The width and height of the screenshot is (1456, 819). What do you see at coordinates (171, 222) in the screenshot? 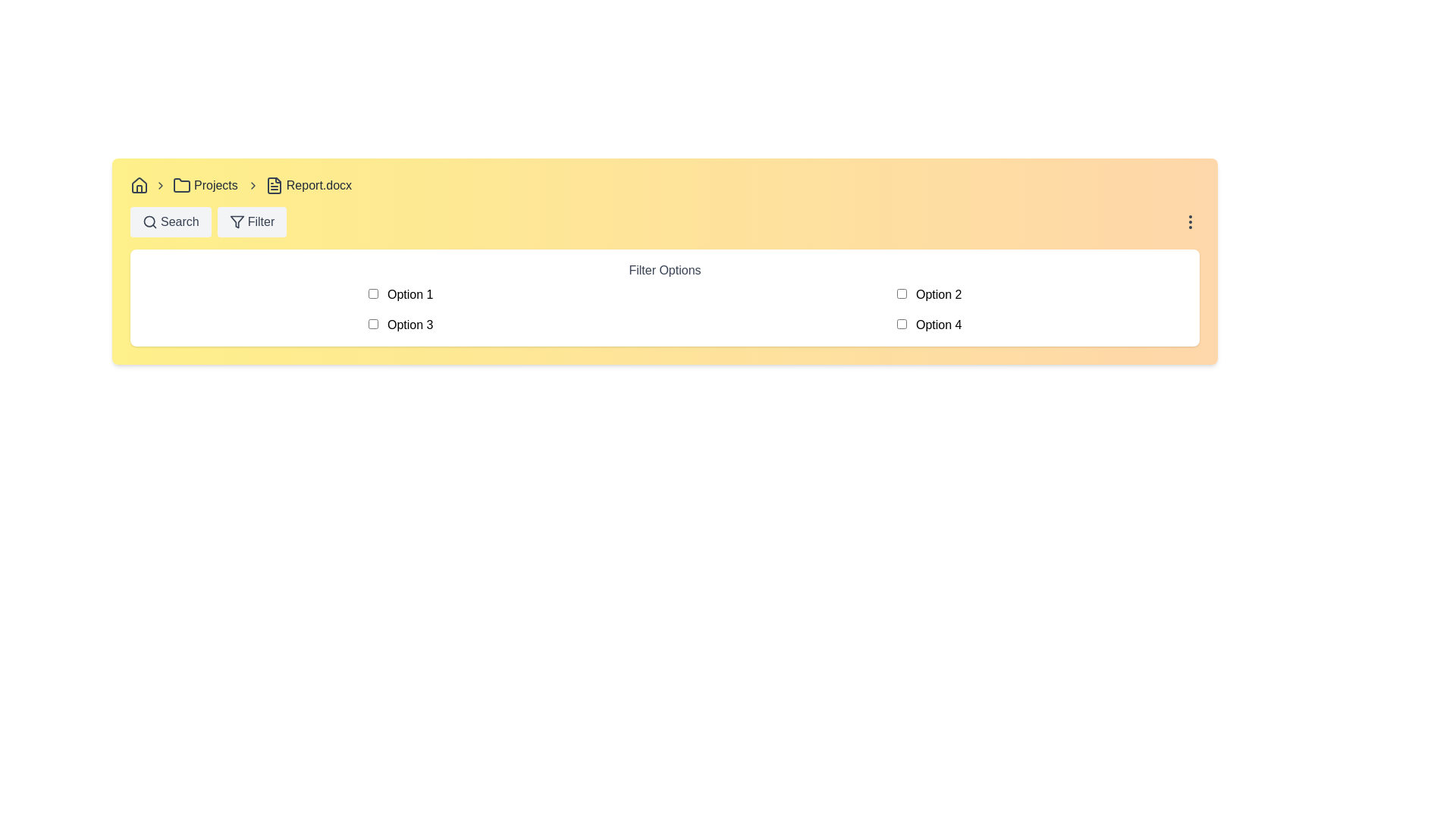
I see `the search button located to the left of the 'Filter' button` at bounding box center [171, 222].